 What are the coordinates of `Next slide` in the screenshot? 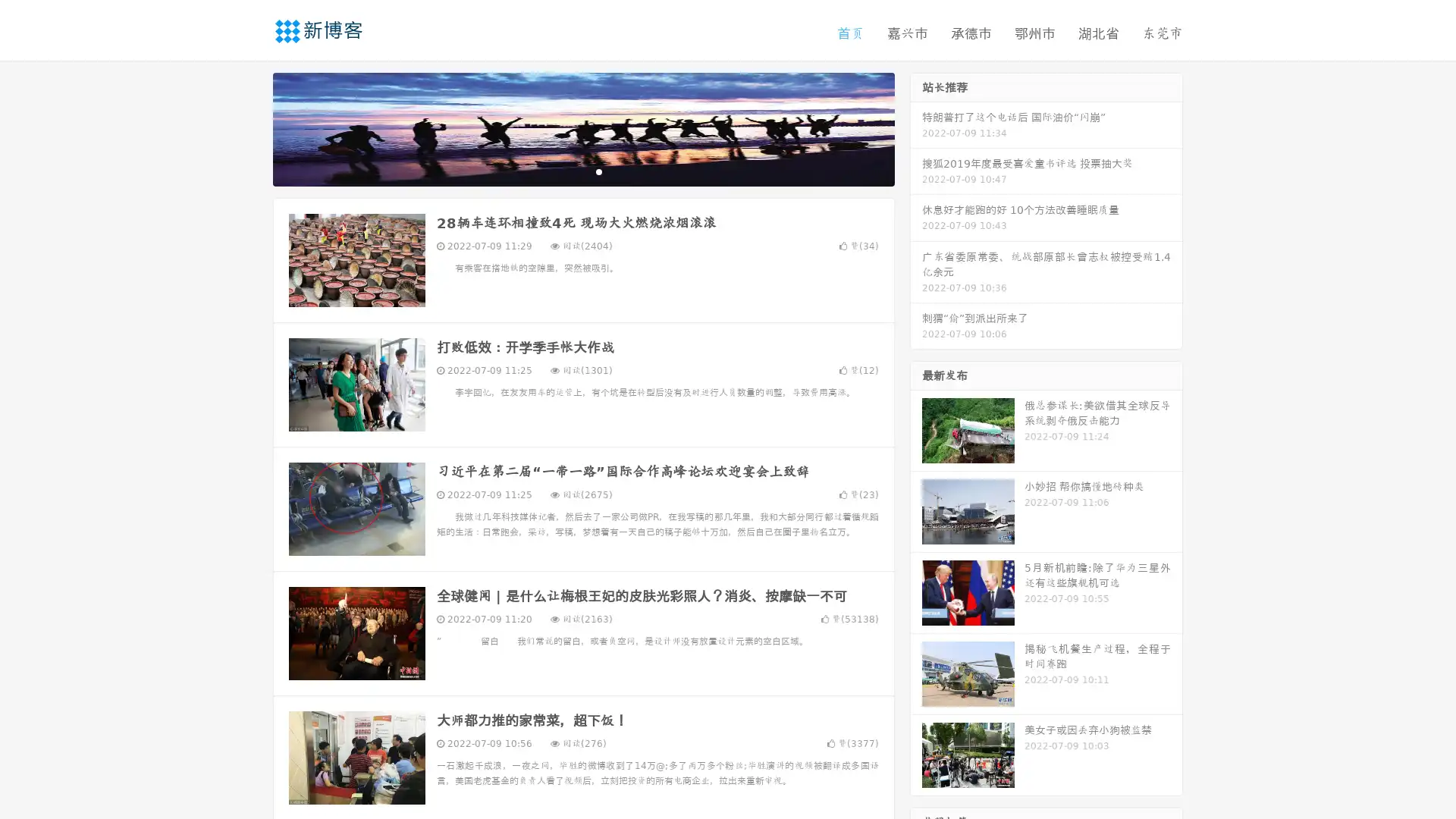 It's located at (916, 127).